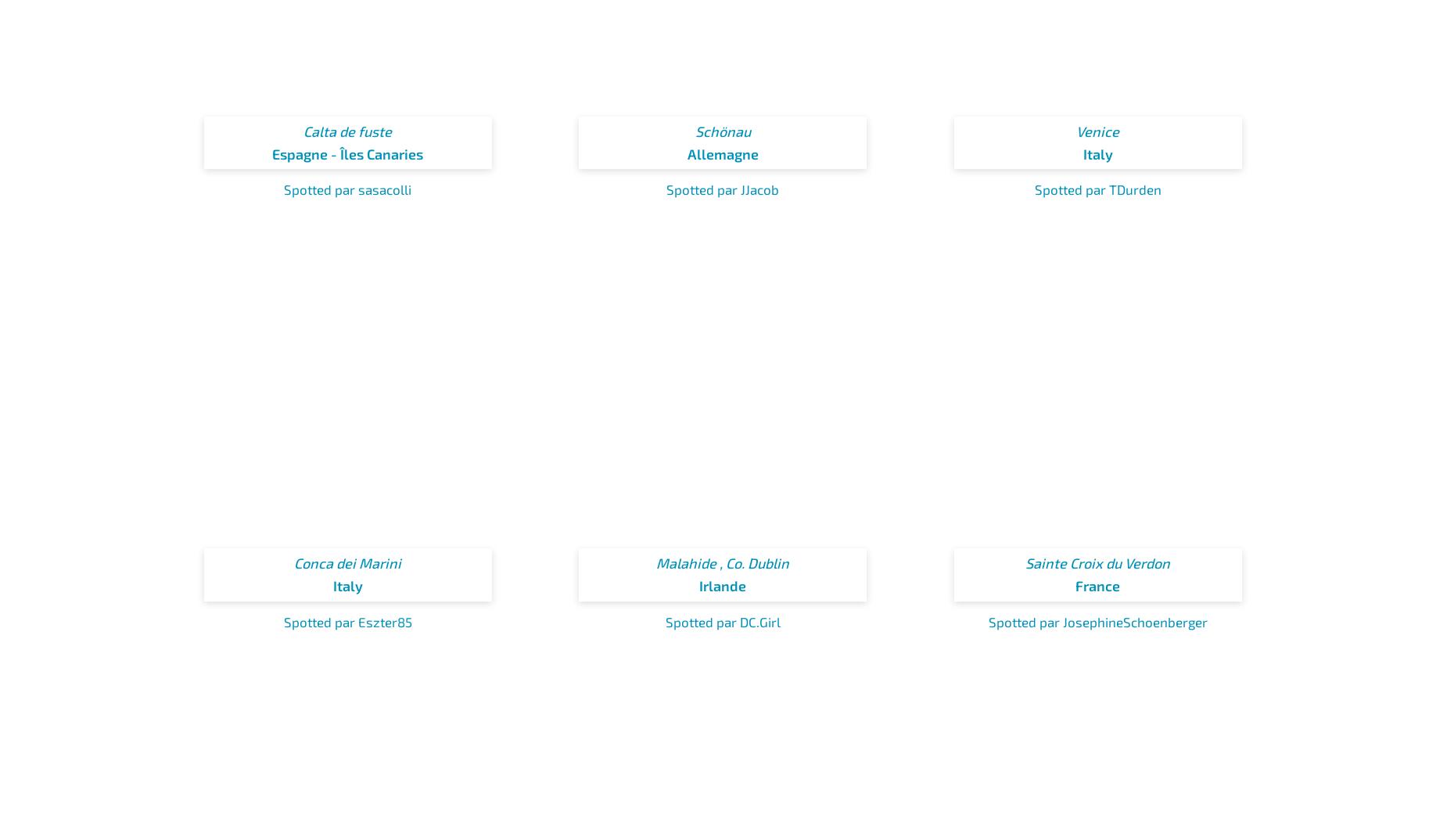 The width and height of the screenshot is (1447, 840). What do you see at coordinates (687, 153) in the screenshot?
I see `'Allemagne'` at bounding box center [687, 153].